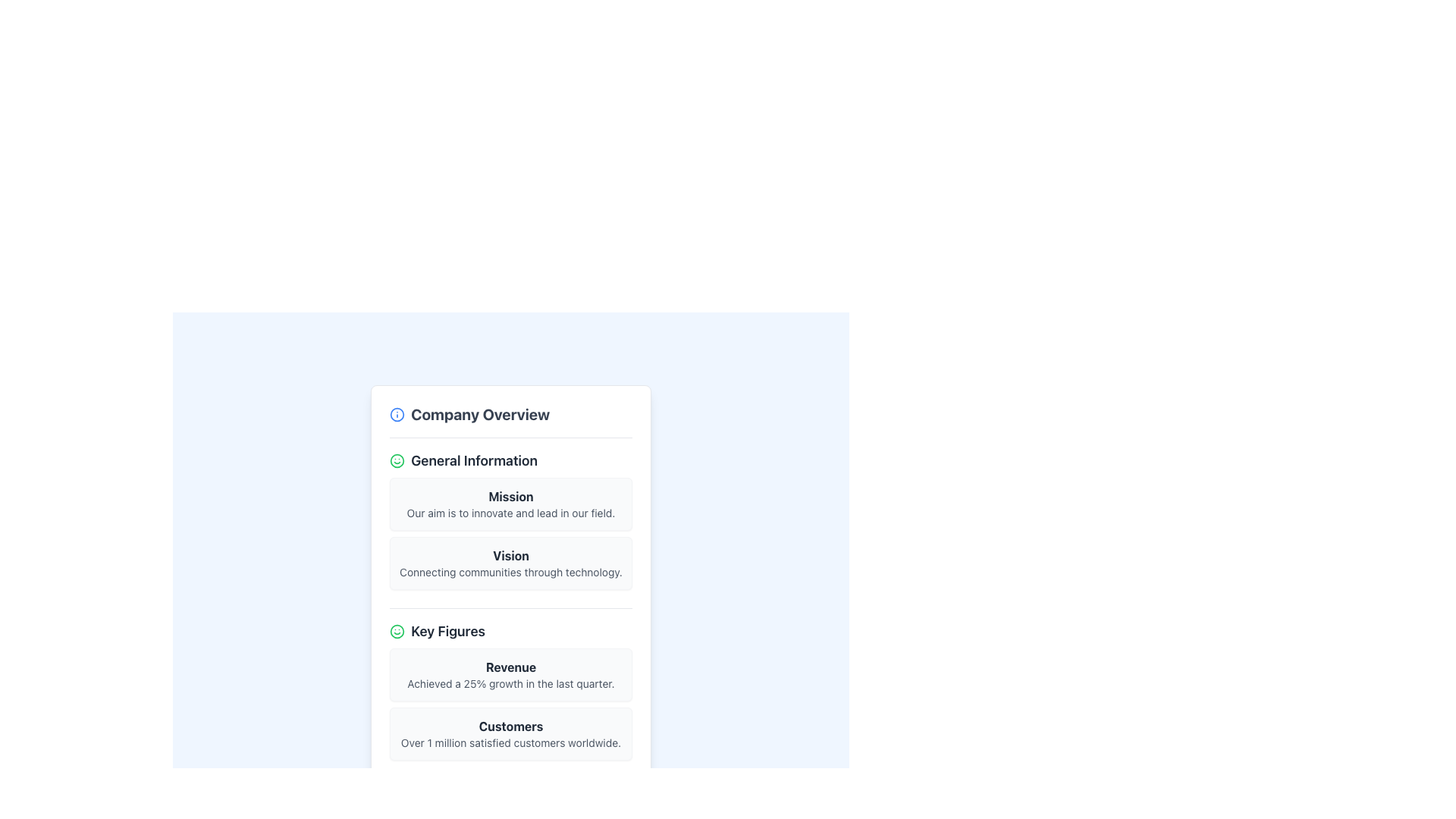 The height and width of the screenshot is (819, 1456). What do you see at coordinates (510, 742) in the screenshot?
I see `descriptive text 'Over 1 million satisfied customers worldwide.' located in the 'Customers' section, which is styled with a small text size and gray font color` at bounding box center [510, 742].